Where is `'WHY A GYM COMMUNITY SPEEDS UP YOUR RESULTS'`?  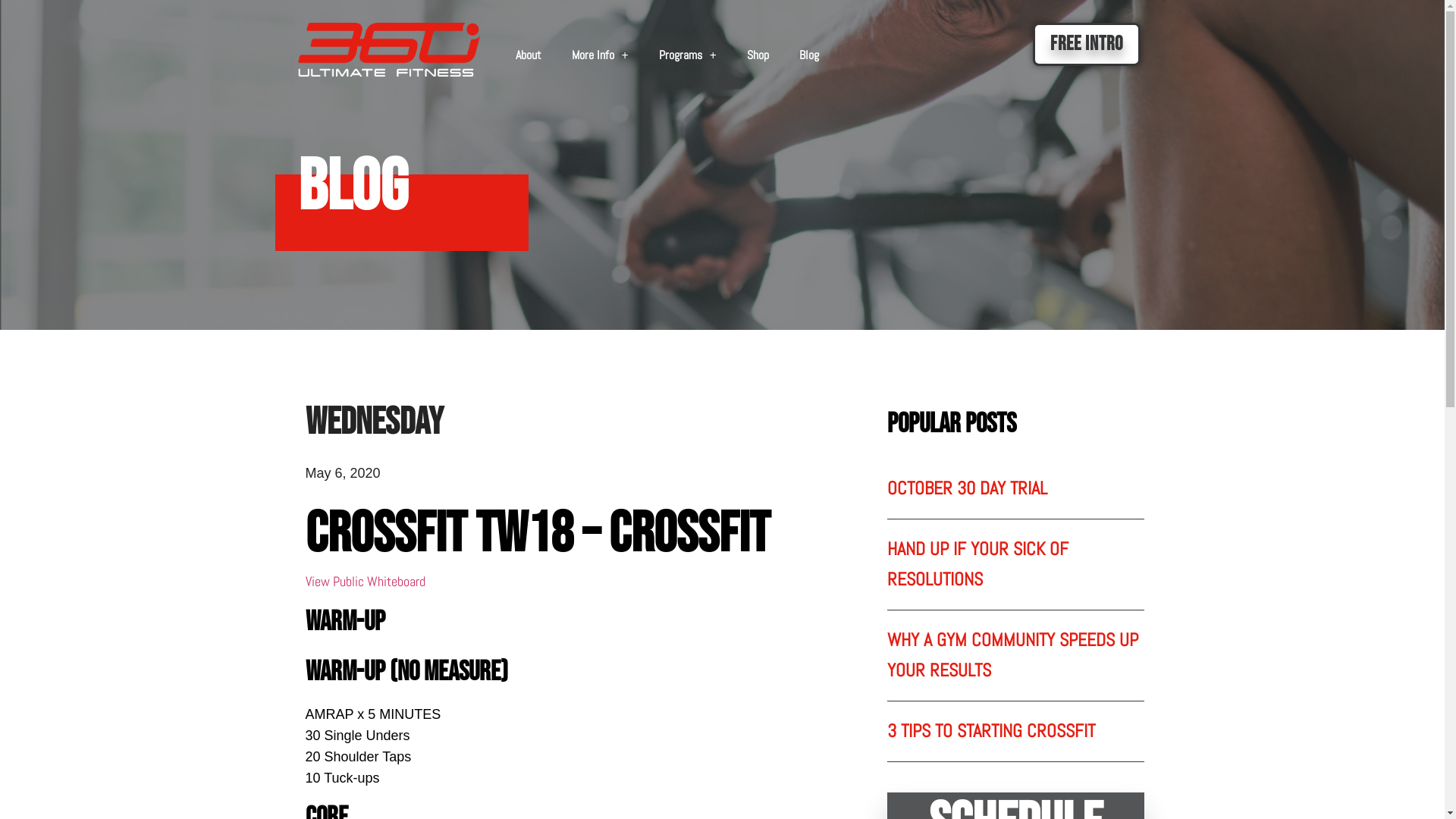
'WHY A GYM COMMUNITY SPEEDS UP YOUR RESULTS' is located at coordinates (1012, 654).